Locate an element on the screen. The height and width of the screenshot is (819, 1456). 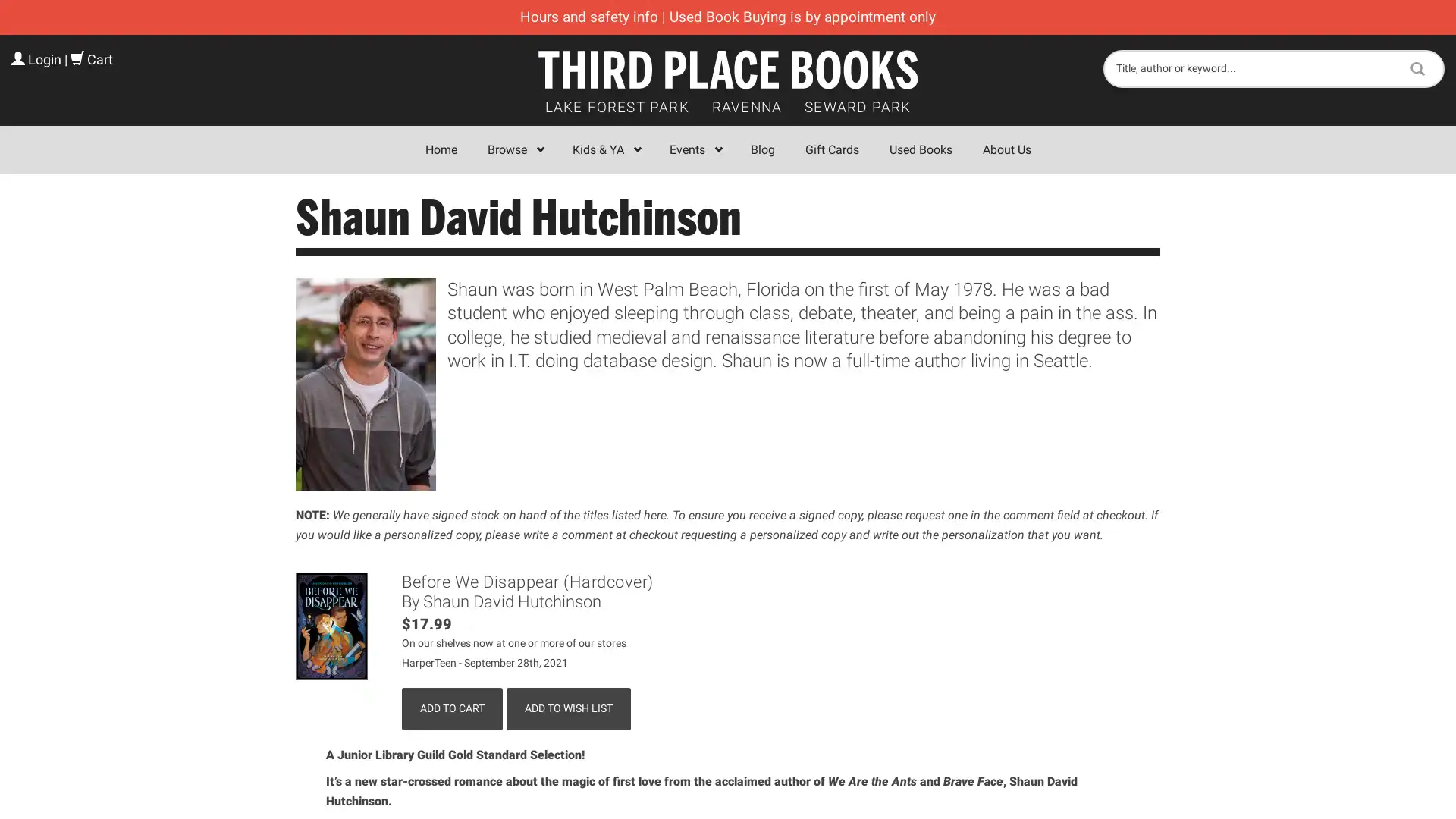
Sign Up! is located at coordinates (728, 564).